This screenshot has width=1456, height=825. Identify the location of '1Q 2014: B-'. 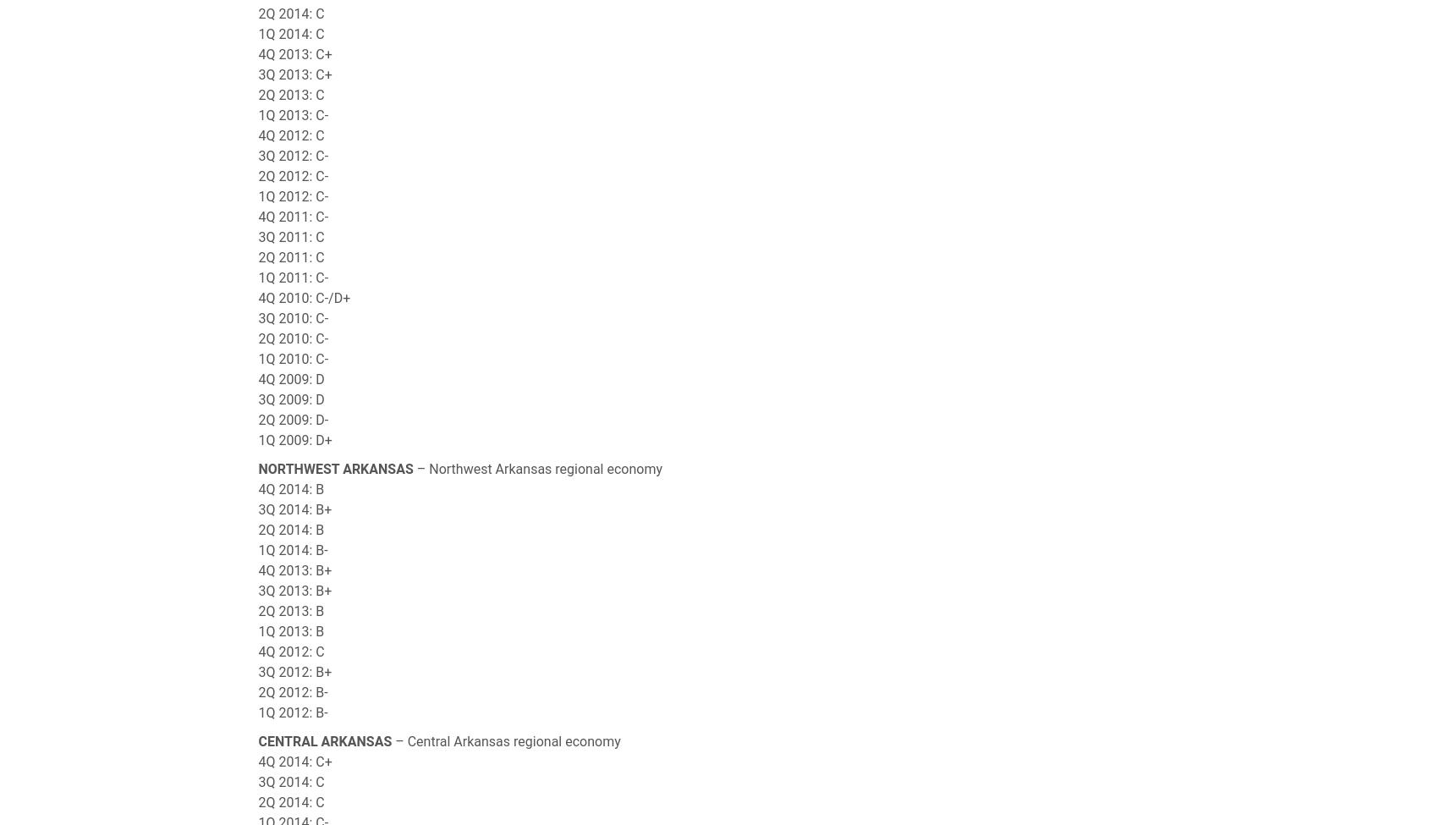
(292, 550).